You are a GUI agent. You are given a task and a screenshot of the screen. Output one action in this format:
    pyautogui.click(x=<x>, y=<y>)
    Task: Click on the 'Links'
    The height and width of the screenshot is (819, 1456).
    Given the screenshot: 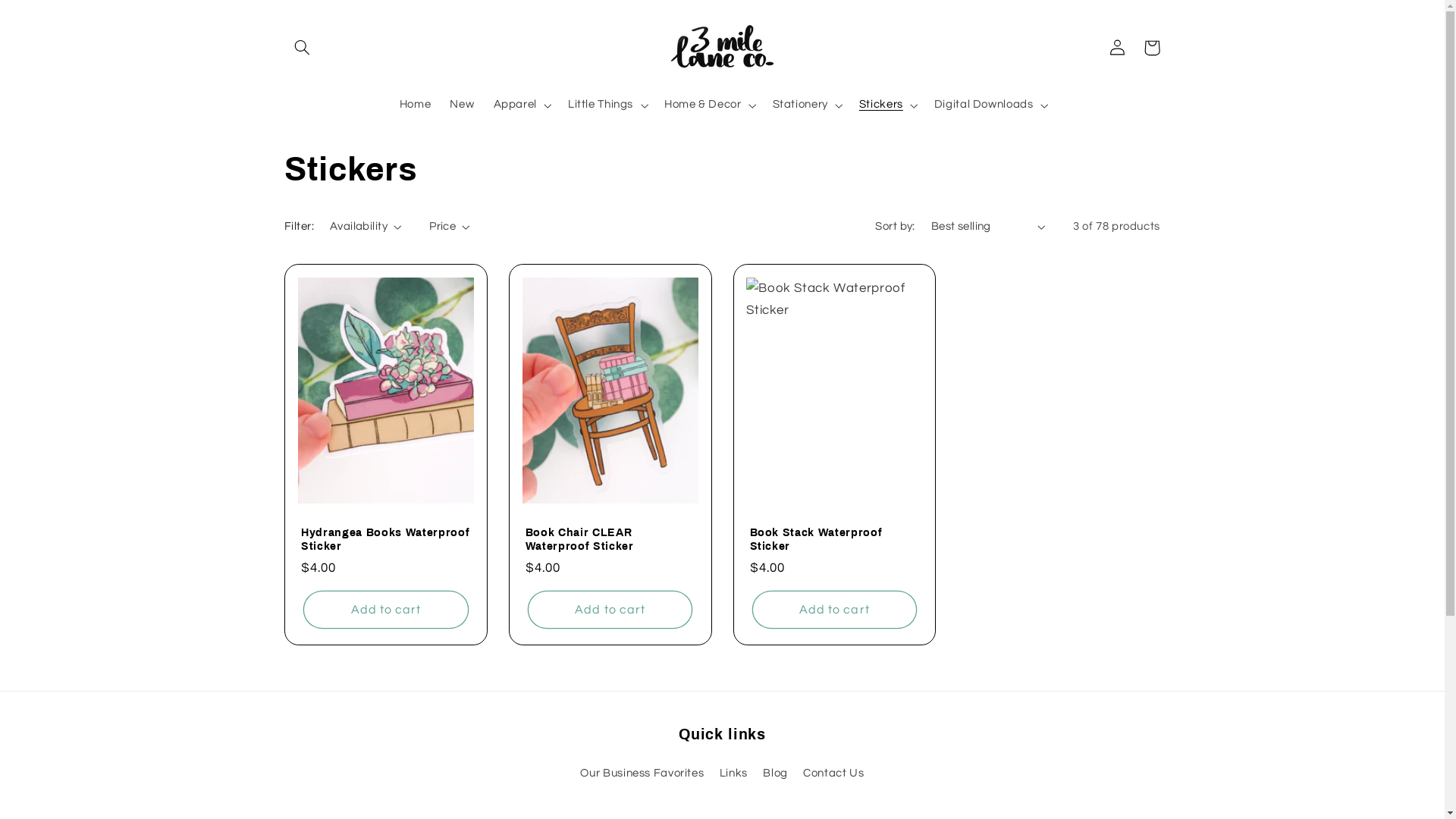 What is the action you would take?
    pyautogui.click(x=733, y=773)
    